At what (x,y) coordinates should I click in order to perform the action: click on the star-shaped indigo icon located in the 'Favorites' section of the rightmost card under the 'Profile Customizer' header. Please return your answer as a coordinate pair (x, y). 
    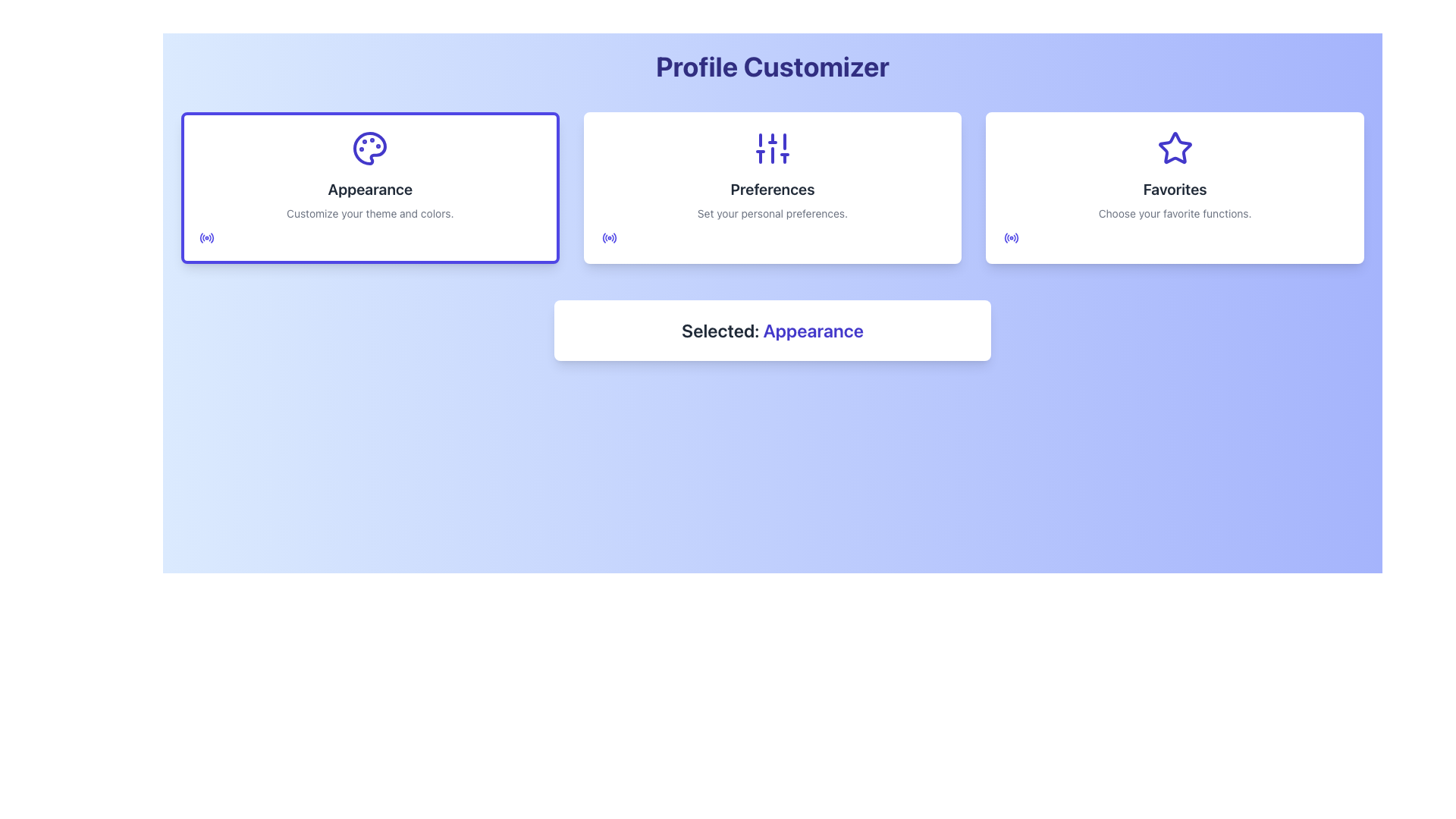
    Looking at the image, I should click on (1174, 148).